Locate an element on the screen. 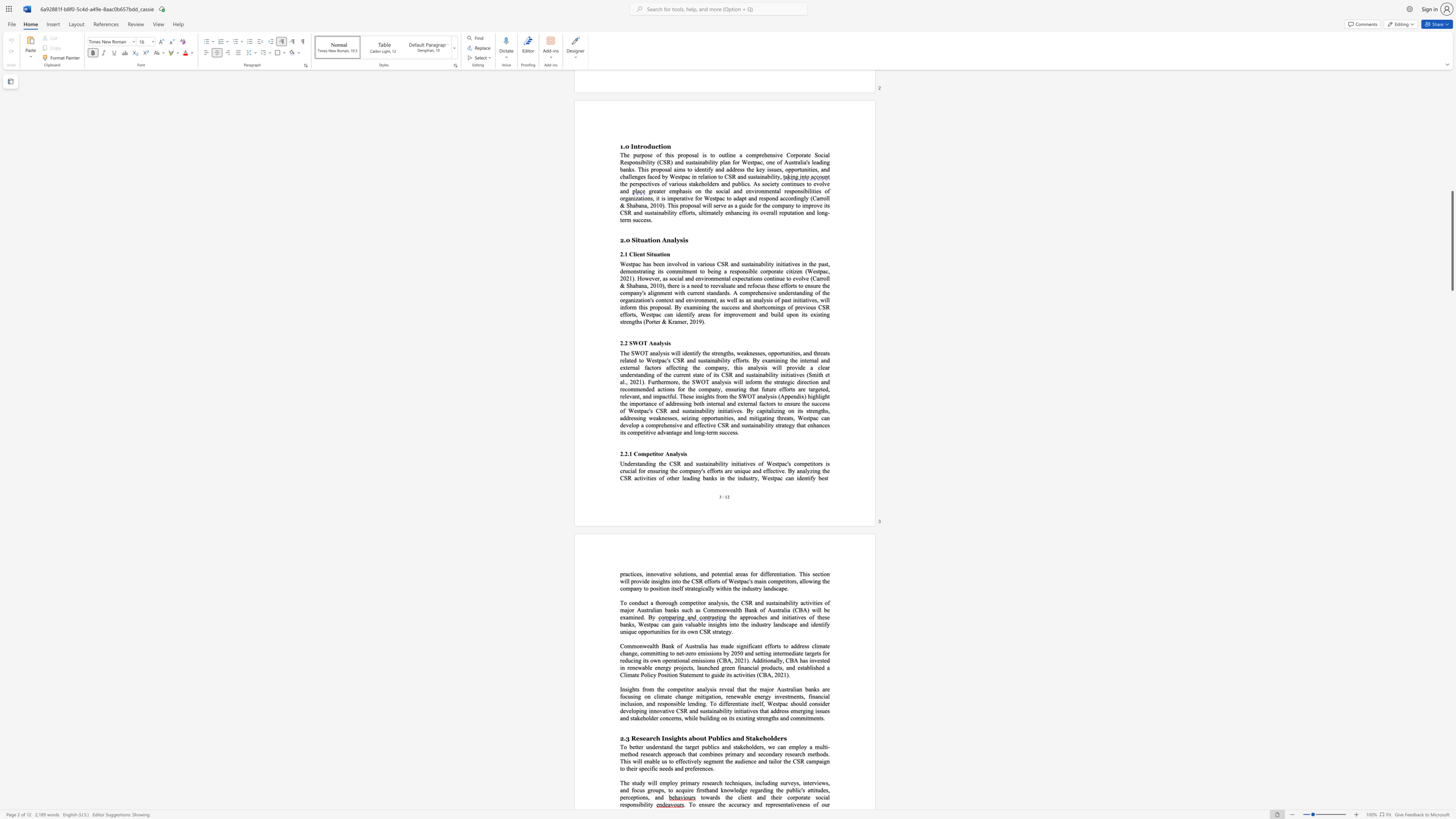 The image size is (1456, 819). the subset text "rception" within the text "perceptions" is located at coordinates (626, 796).